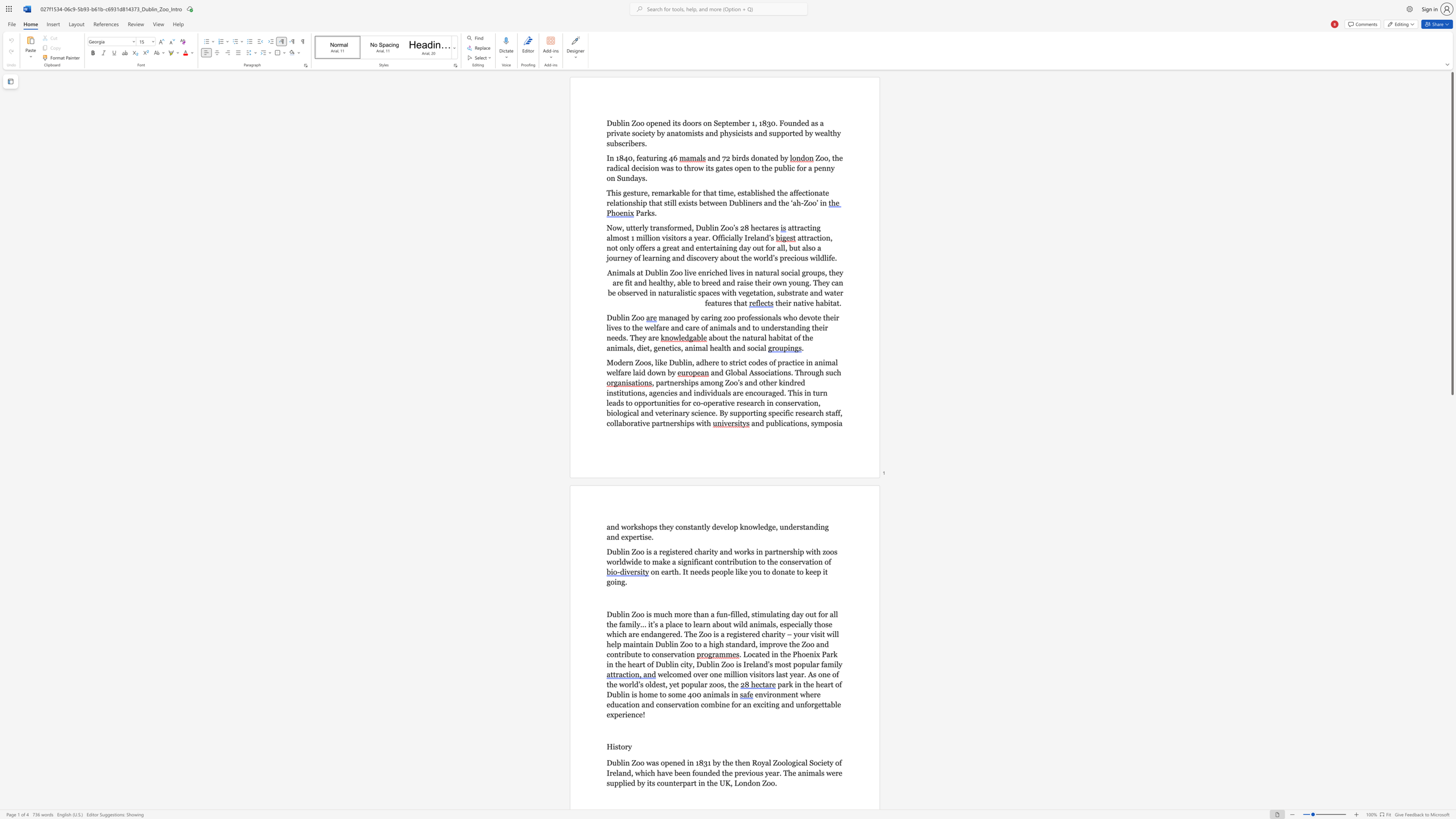 Image resolution: width=1456 pixels, height=819 pixels. Describe the element at coordinates (760, 227) in the screenshot. I see `the 1th character "c" in the text` at that location.